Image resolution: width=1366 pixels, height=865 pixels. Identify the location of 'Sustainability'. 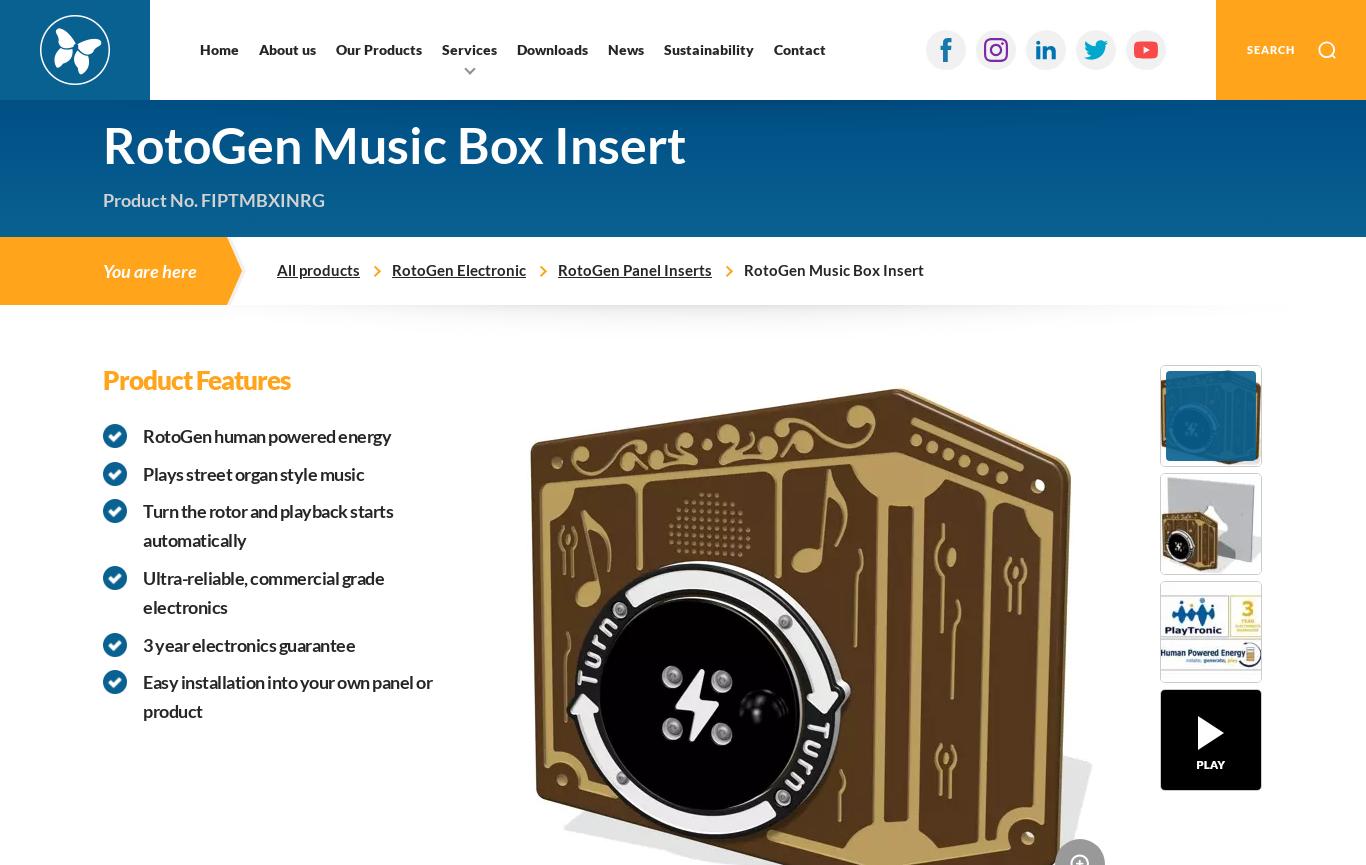
(708, 49).